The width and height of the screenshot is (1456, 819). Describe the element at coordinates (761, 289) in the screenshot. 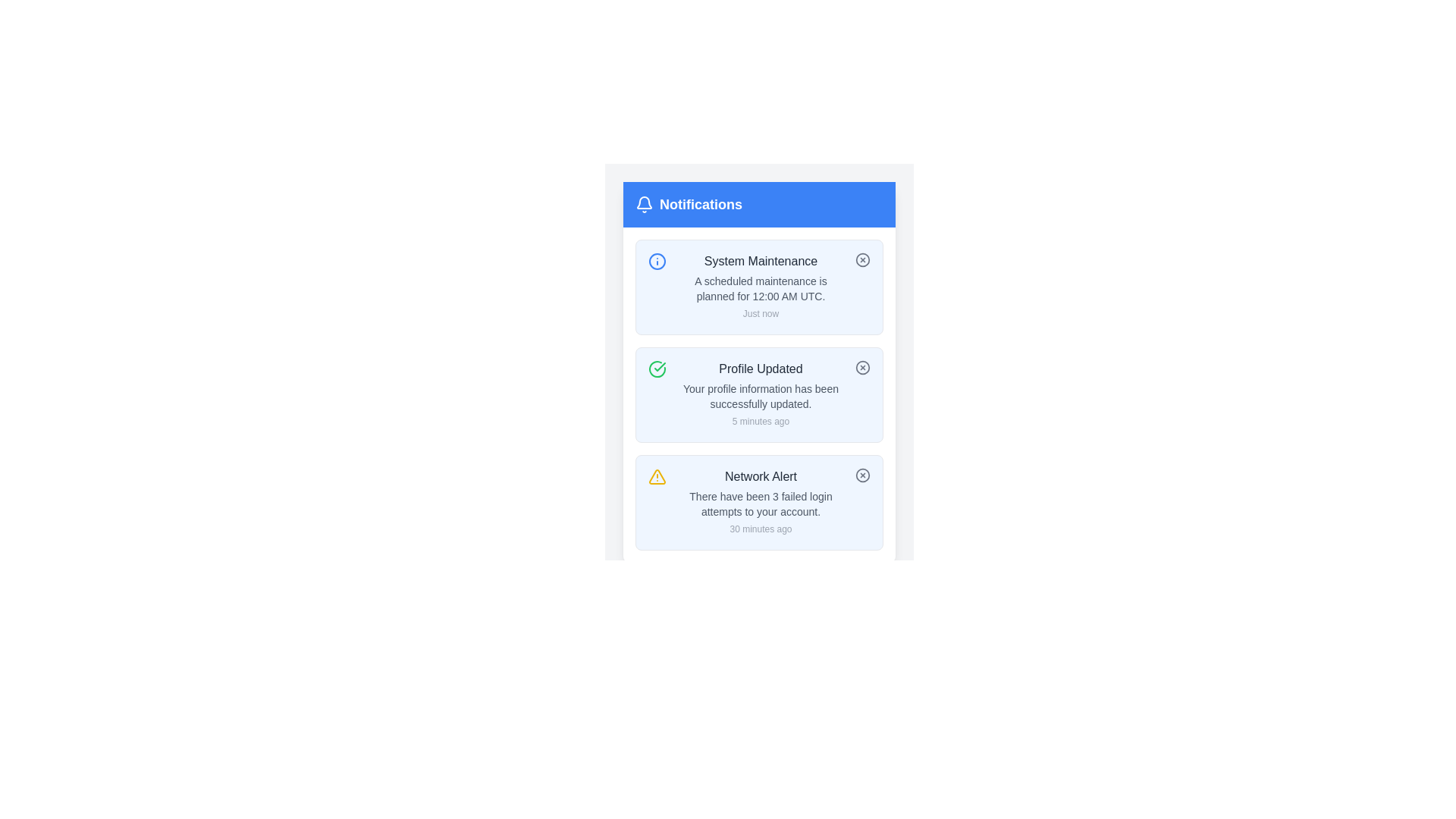

I see `the text stating 'A scheduled maintenance is planned for 12:00 AM UTC.' located in the uppermost notification card beneath the 'System Maintenance' heading` at that location.